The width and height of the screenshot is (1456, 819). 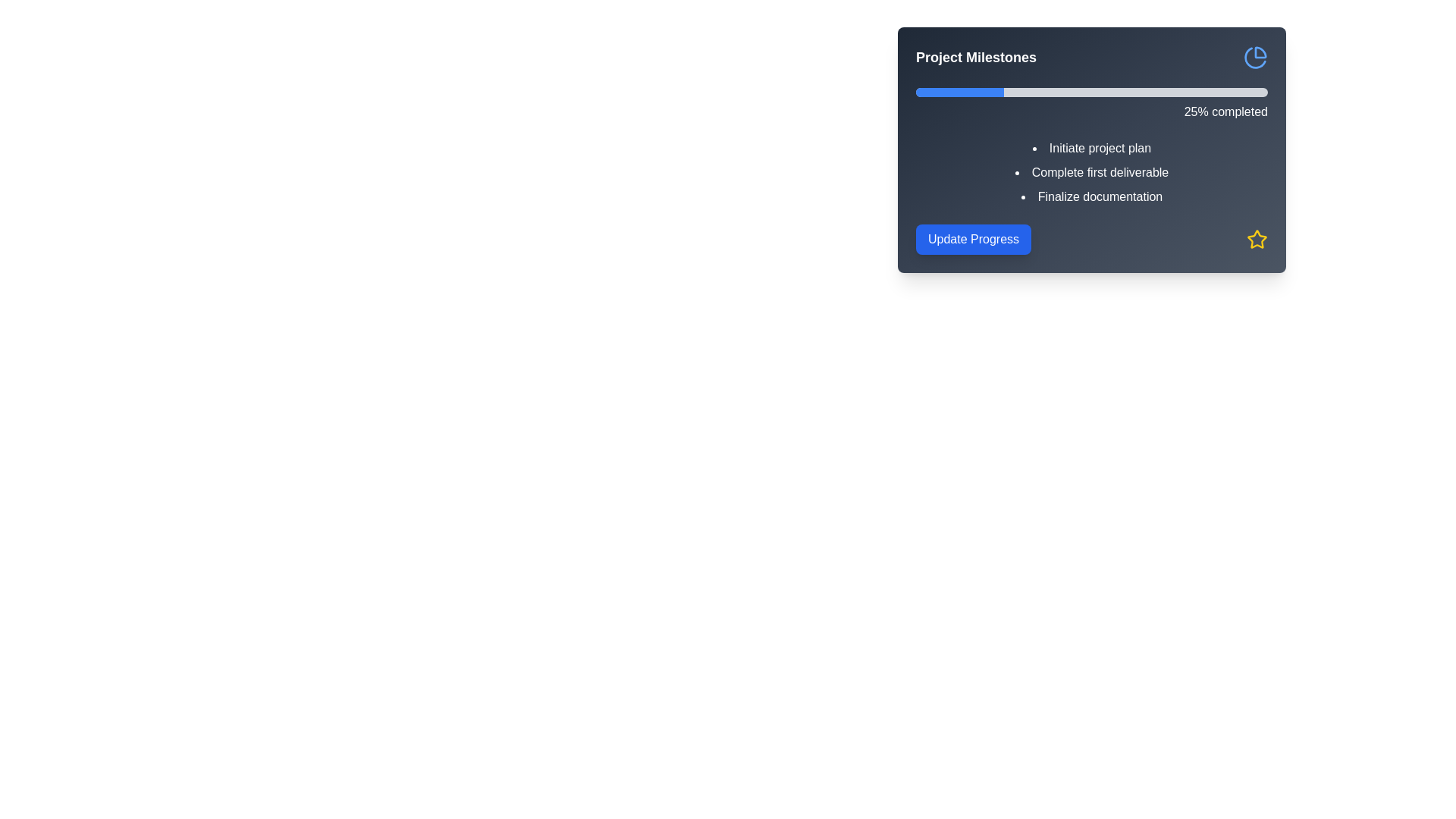 What do you see at coordinates (990, 93) in the screenshot?
I see `progress` at bounding box center [990, 93].